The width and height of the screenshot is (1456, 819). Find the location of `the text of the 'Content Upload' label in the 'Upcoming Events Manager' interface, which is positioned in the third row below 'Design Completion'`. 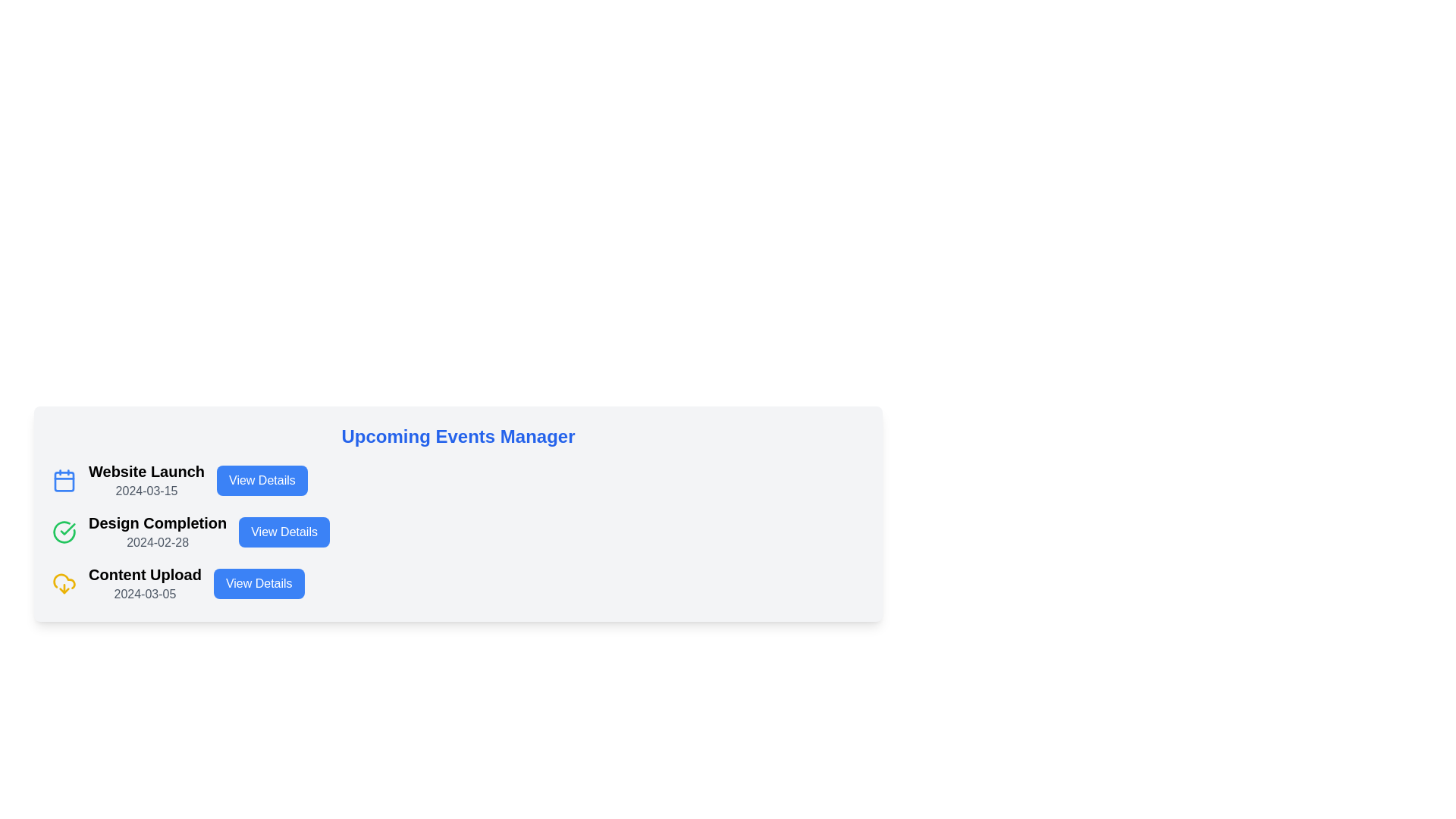

the text of the 'Content Upload' label in the 'Upcoming Events Manager' interface, which is positioned in the third row below 'Design Completion' is located at coordinates (145, 575).